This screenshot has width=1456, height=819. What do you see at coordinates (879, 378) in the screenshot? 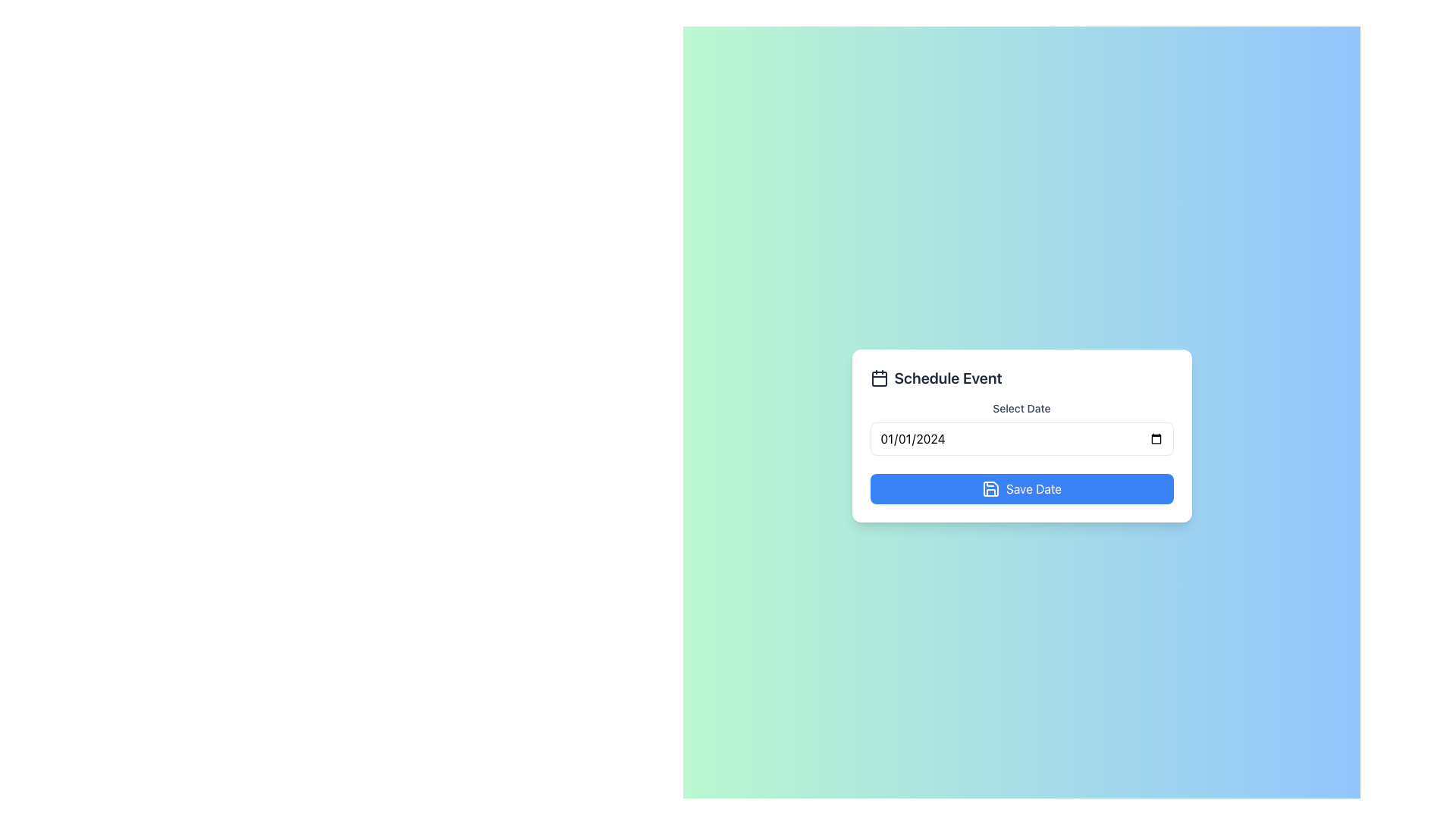
I see `the central rounded rectangle element within the calendar icon, located to the left of the text 'Schedule Event'` at bounding box center [879, 378].